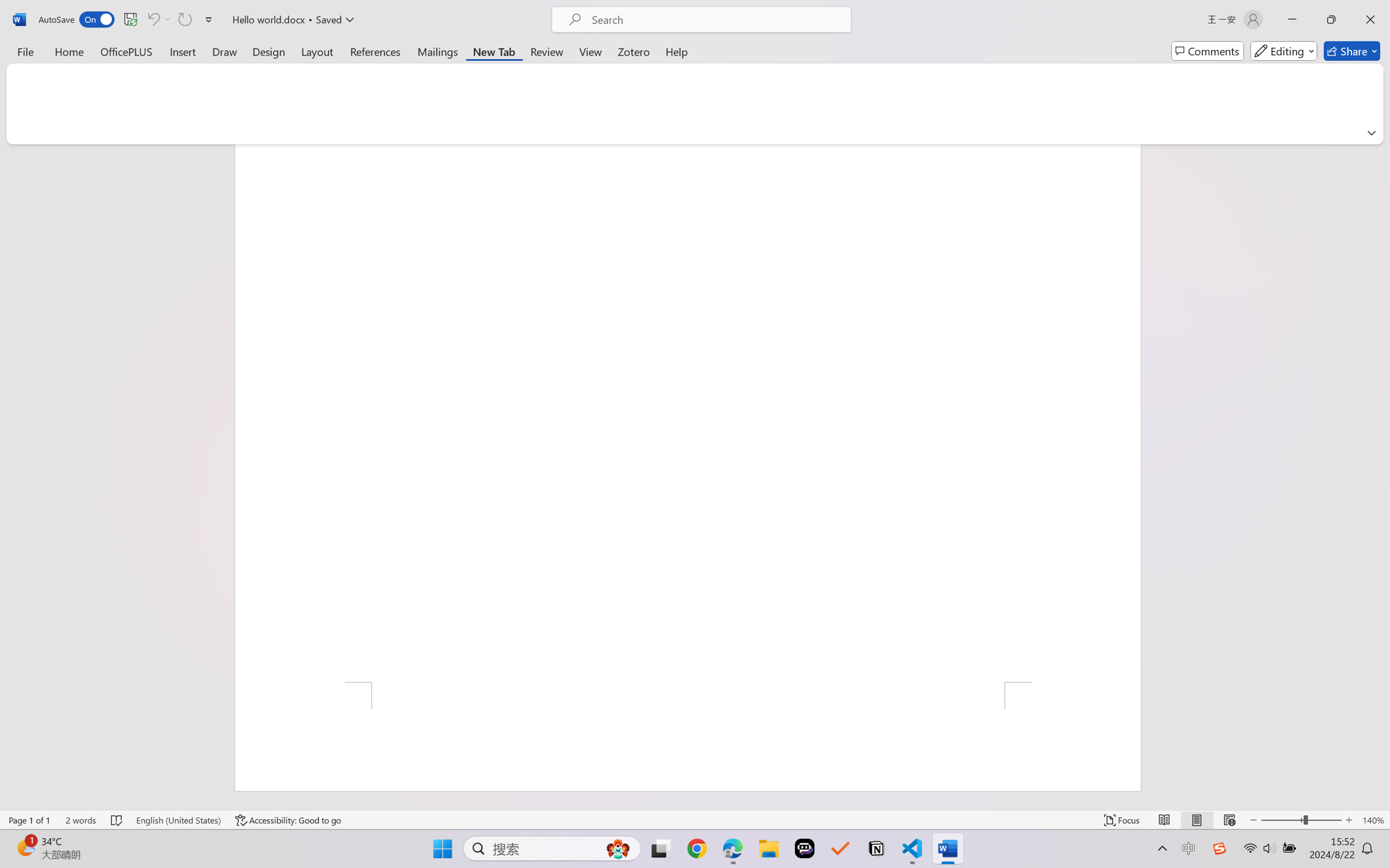 Image resolution: width=1390 pixels, height=868 pixels. What do you see at coordinates (152, 19) in the screenshot?
I see `'Can'` at bounding box center [152, 19].